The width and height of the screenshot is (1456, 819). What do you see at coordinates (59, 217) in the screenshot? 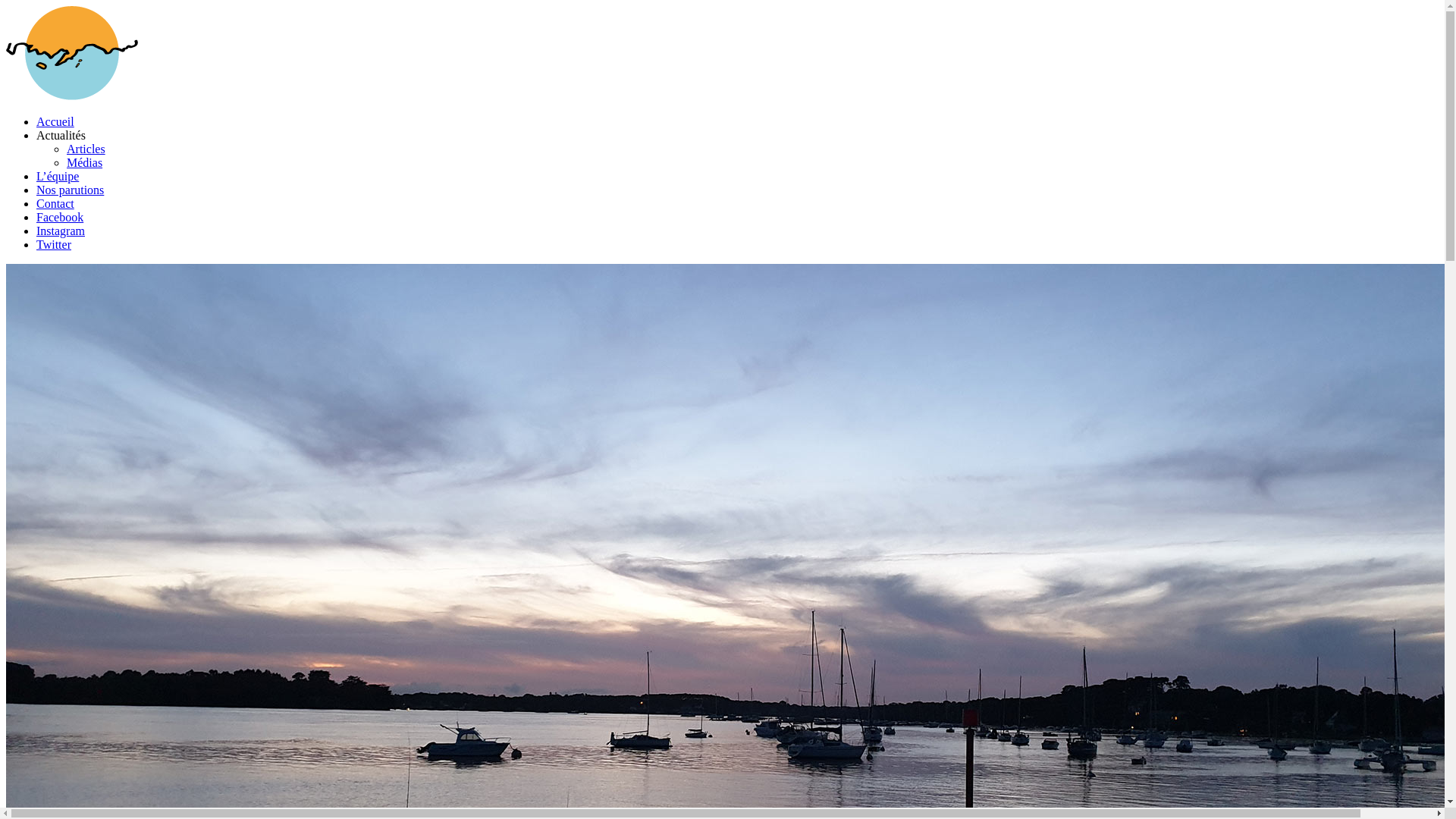
I see `'Facebook'` at bounding box center [59, 217].